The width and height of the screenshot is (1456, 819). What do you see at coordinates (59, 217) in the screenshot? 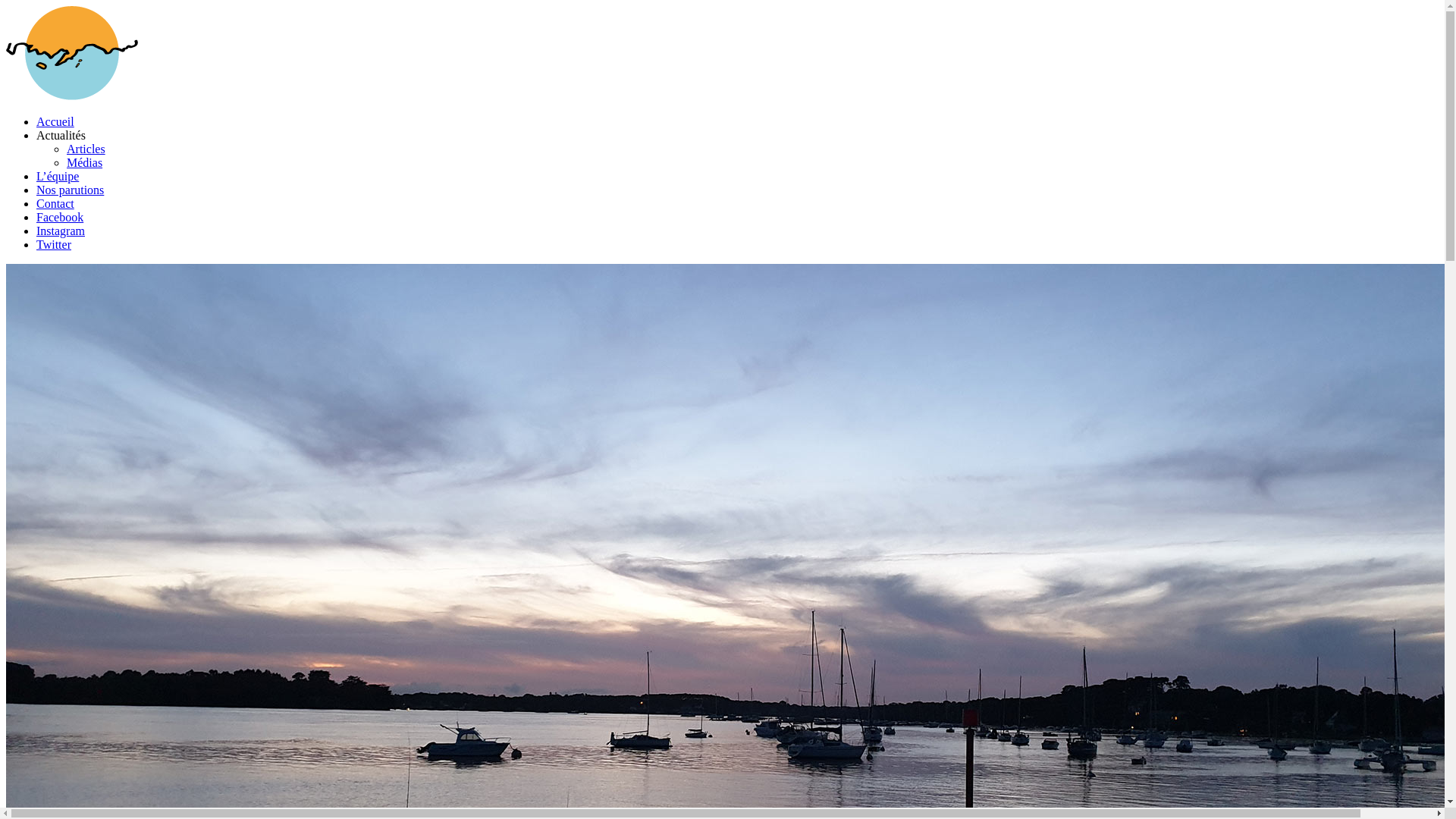
I see `'Facebook'` at bounding box center [59, 217].